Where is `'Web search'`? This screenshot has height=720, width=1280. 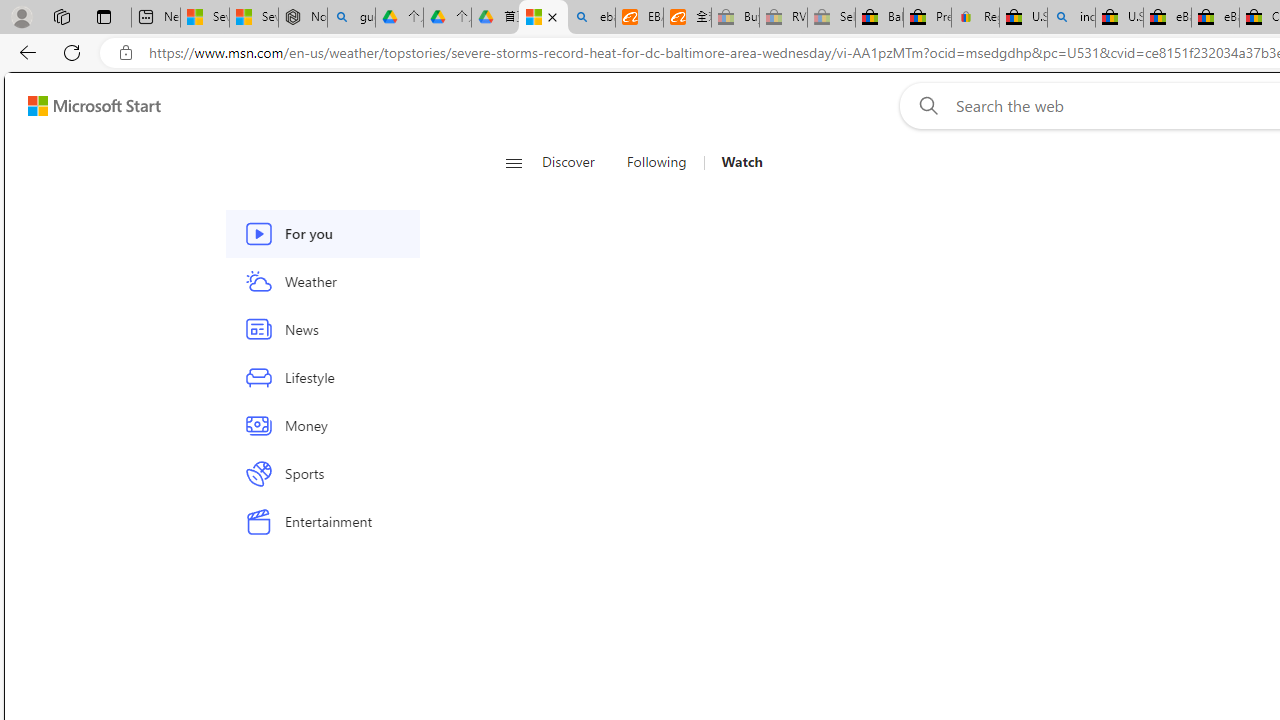
'Web search' is located at coordinates (923, 105).